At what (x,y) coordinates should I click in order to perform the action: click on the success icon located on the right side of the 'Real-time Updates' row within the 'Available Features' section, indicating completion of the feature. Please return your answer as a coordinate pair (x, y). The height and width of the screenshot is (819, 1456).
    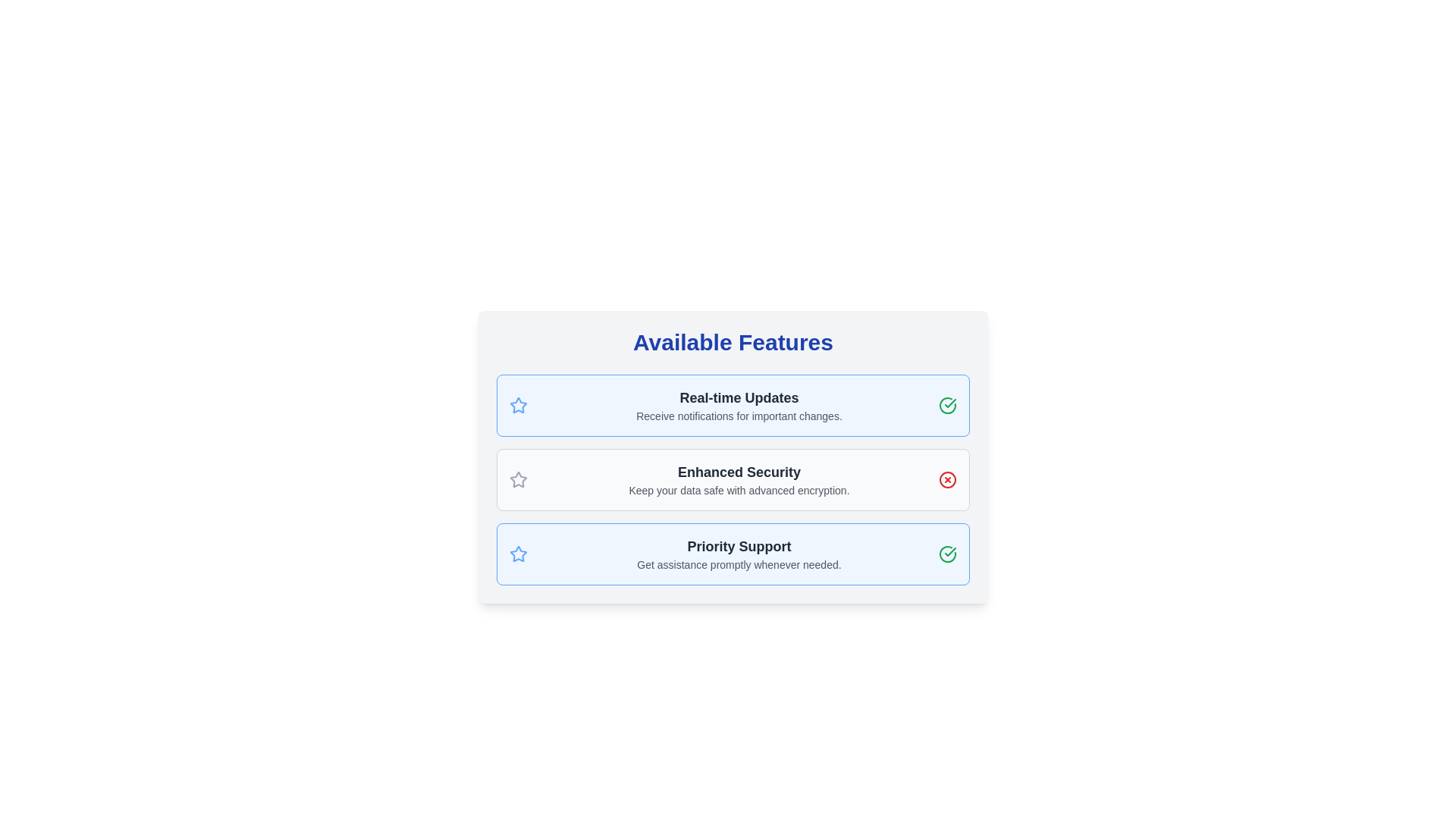
    Looking at the image, I should click on (946, 405).